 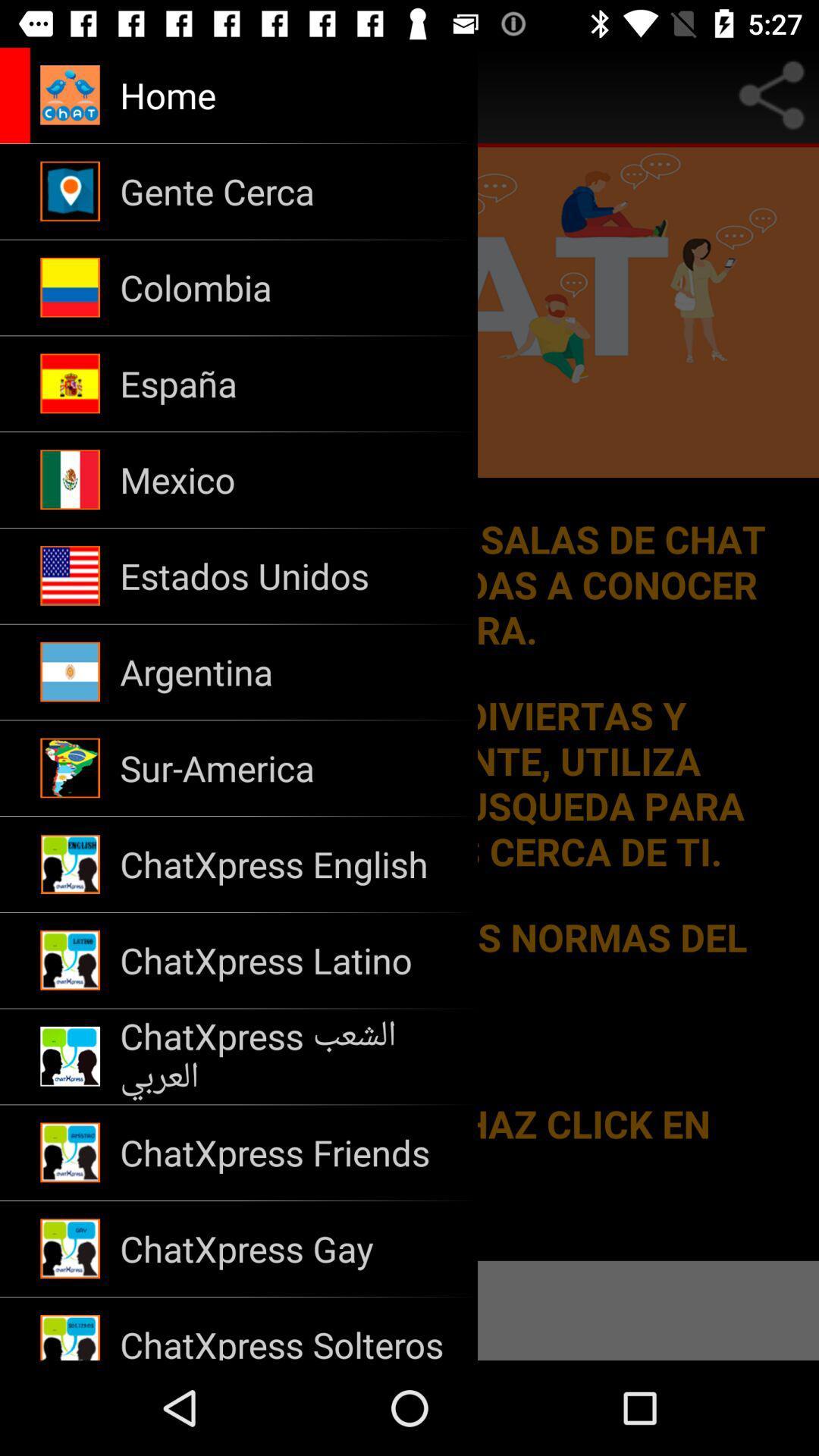 What do you see at coordinates (289, 1328) in the screenshot?
I see `chatxpress solteros icon` at bounding box center [289, 1328].